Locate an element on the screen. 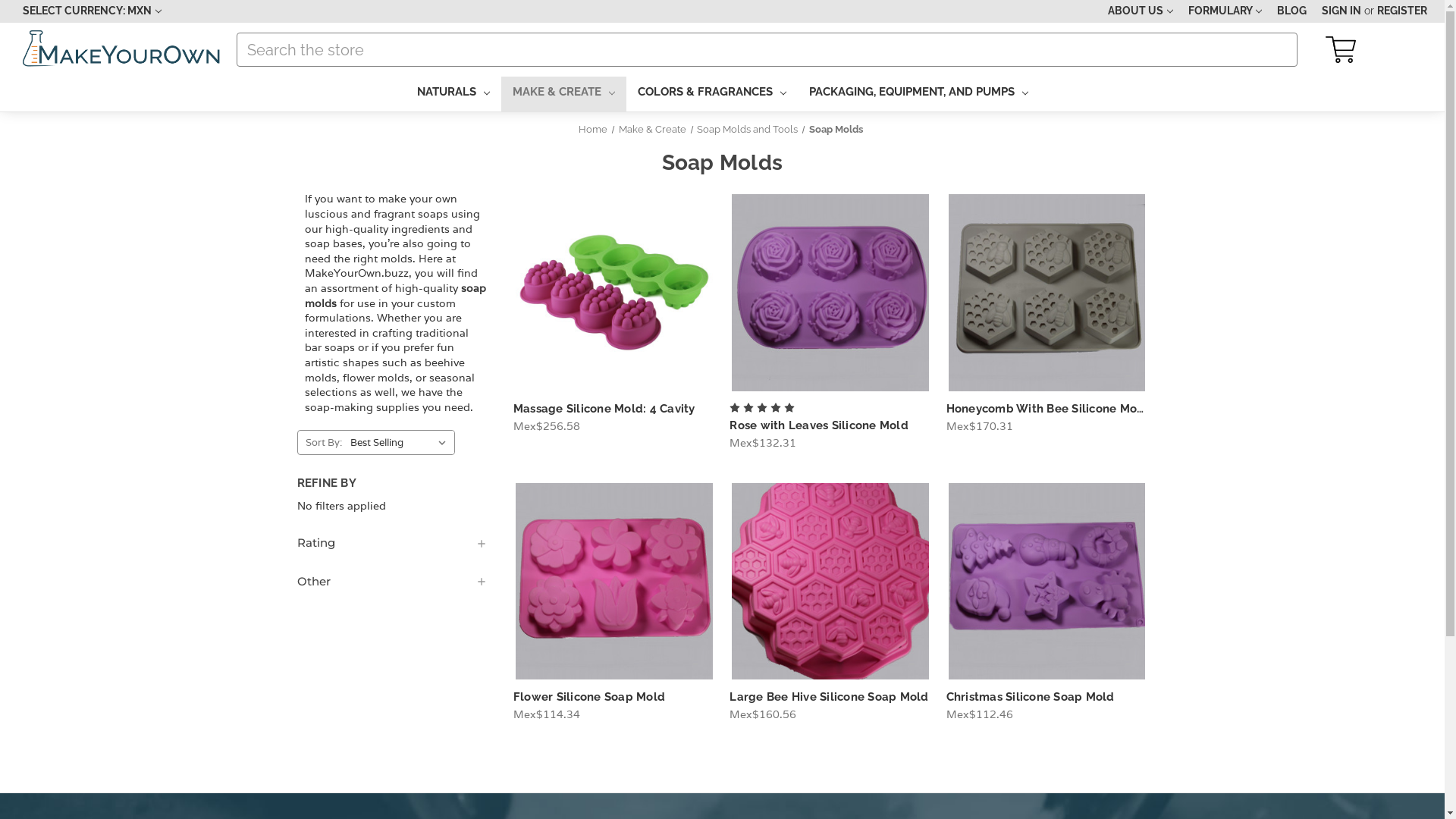  'BLOG' is located at coordinates (1269, 11).